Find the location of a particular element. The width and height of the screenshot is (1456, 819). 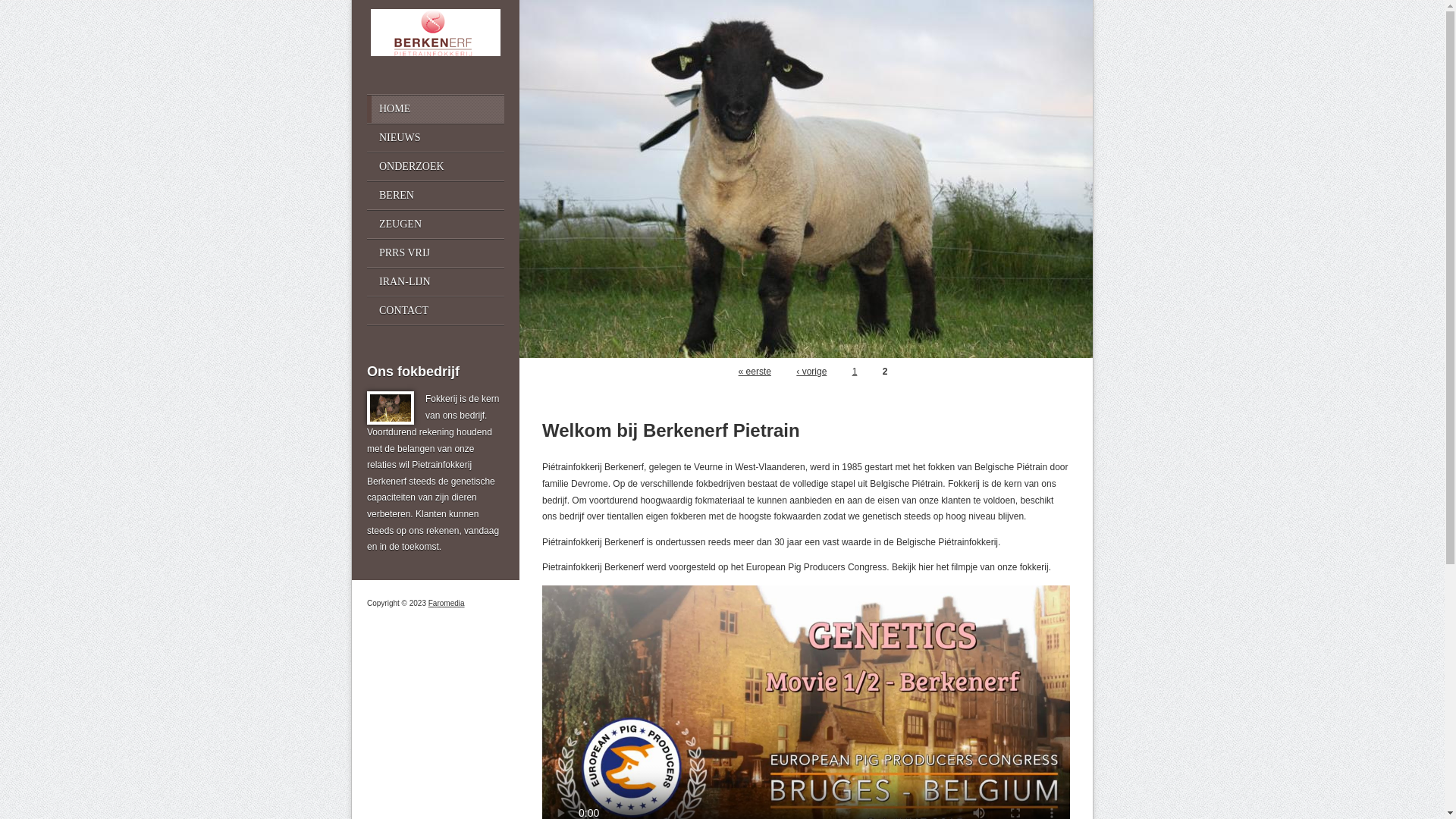

'ZEUGEN' is located at coordinates (367, 224).